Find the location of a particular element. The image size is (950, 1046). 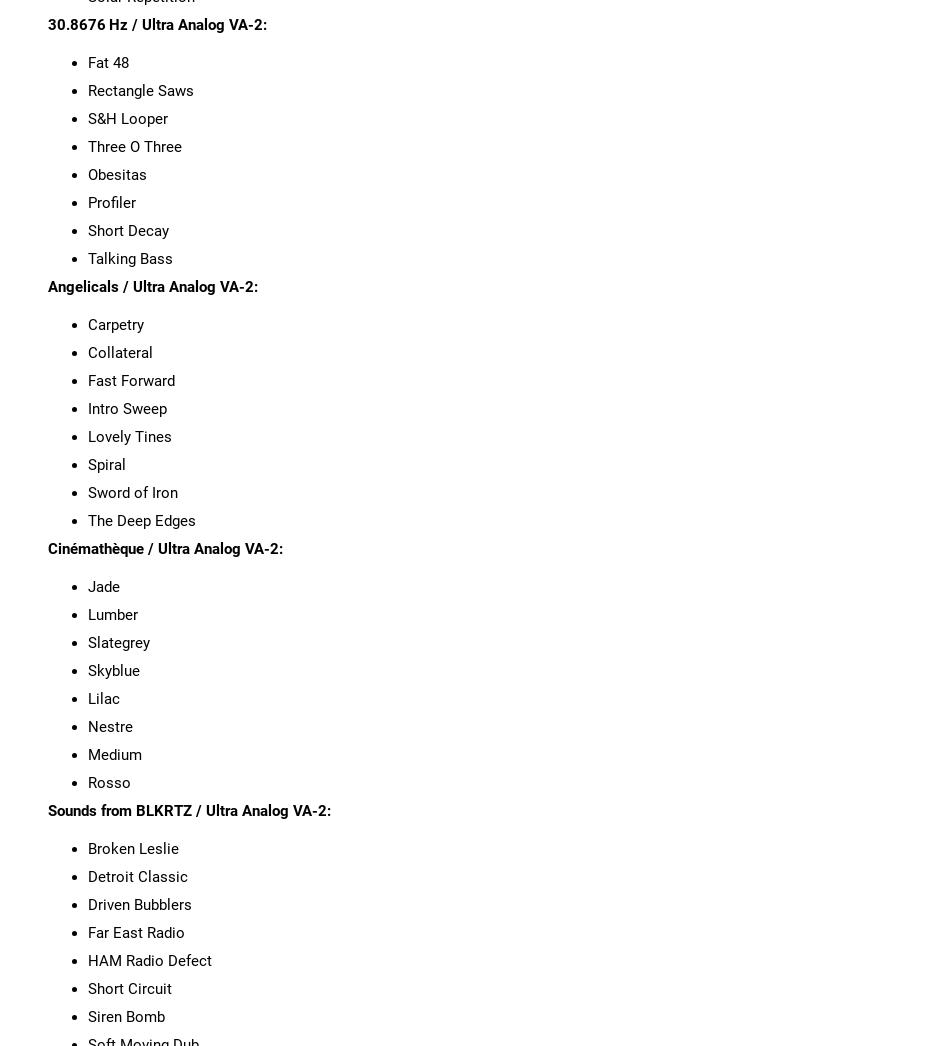

'Talking Bass' is located at coordinates (129, 257).